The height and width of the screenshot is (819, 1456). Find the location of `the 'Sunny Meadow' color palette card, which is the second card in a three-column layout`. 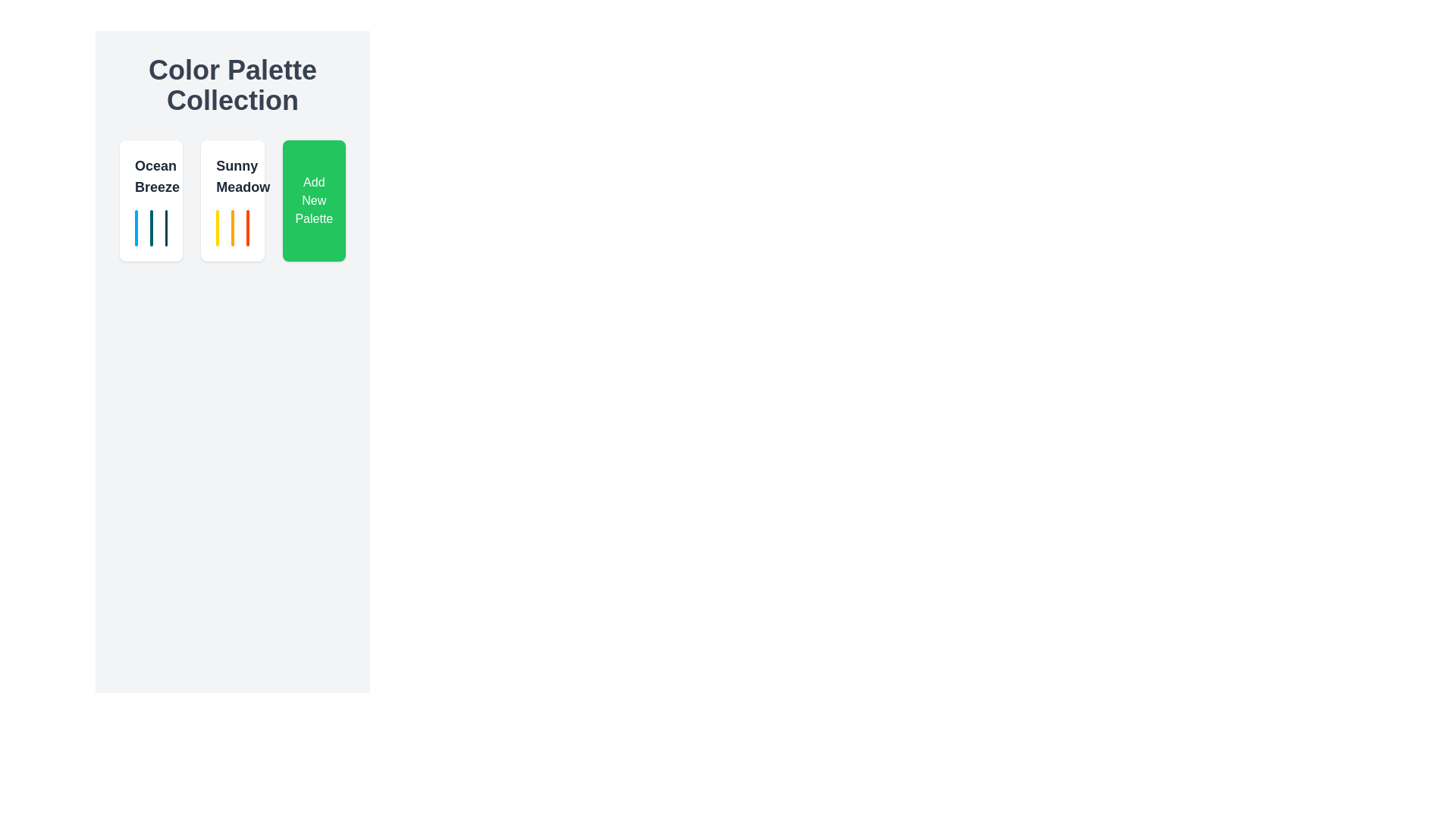

the 'Sunny Meadow' color palette card, which is the second card in a three-column layout is located at coordinates (232, 200).